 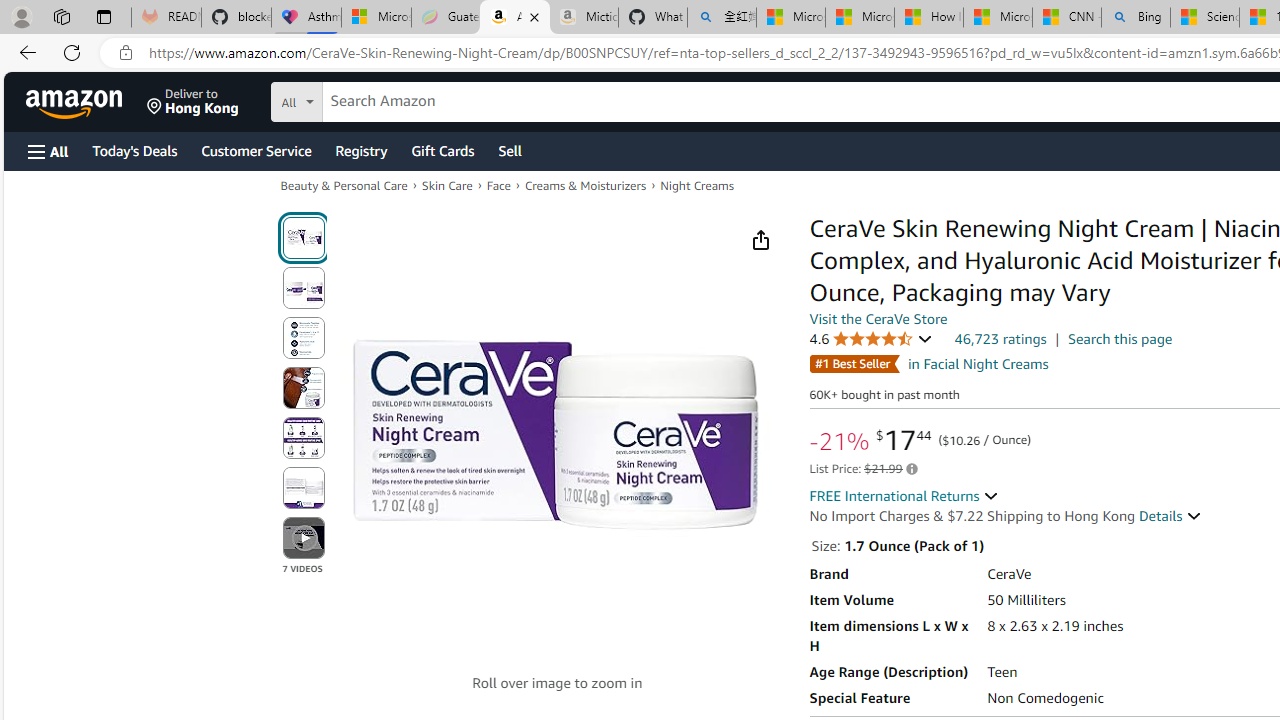 I want to click on 'Night Creams', so click(x=696, y=186).